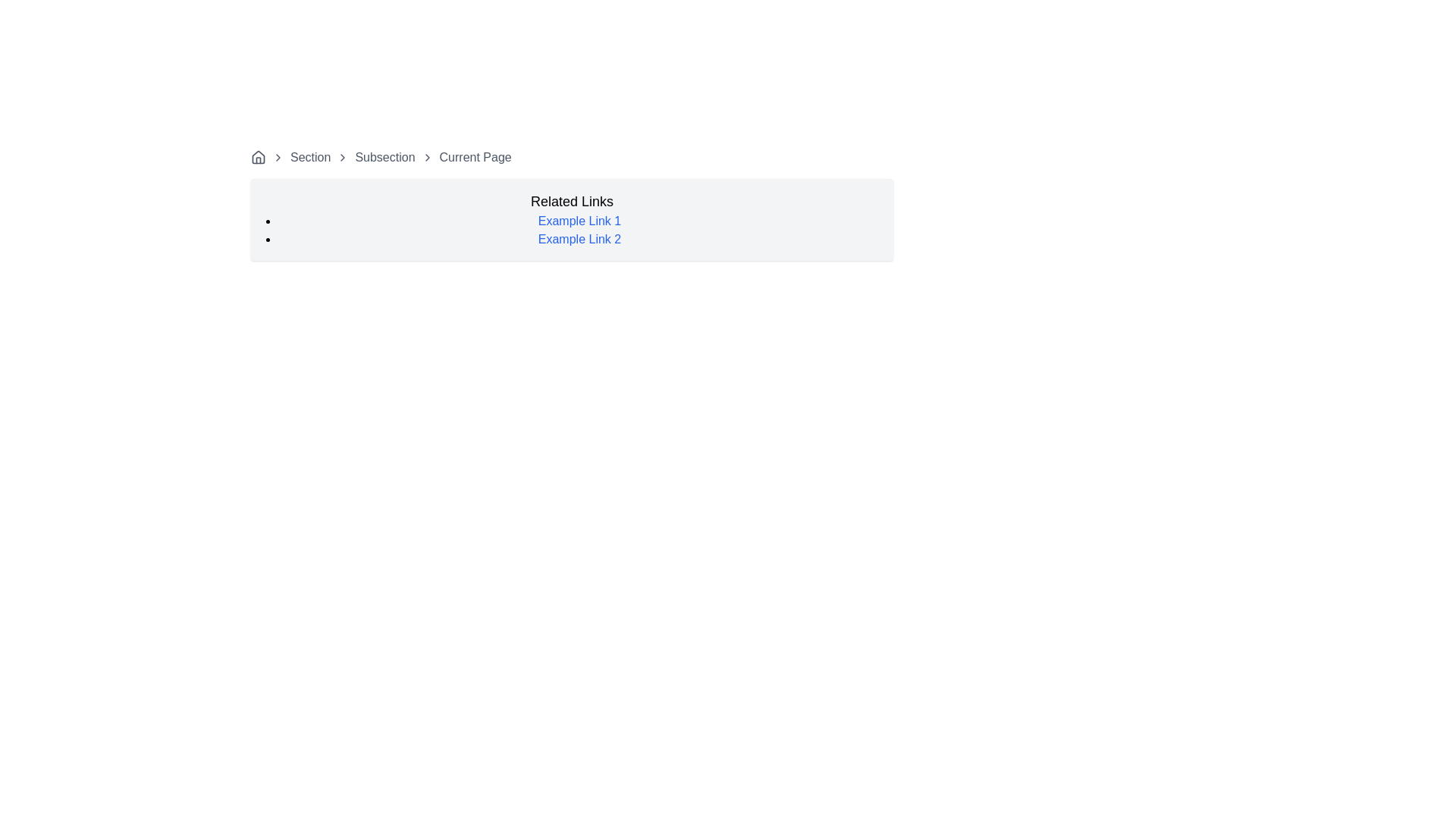 The width and height of the screenshot is (1456, 819). What do you see at coordinates (309, 158) in the screenshot?
I see `the text label displaying 'Section'` at bounding box center [309, 158].